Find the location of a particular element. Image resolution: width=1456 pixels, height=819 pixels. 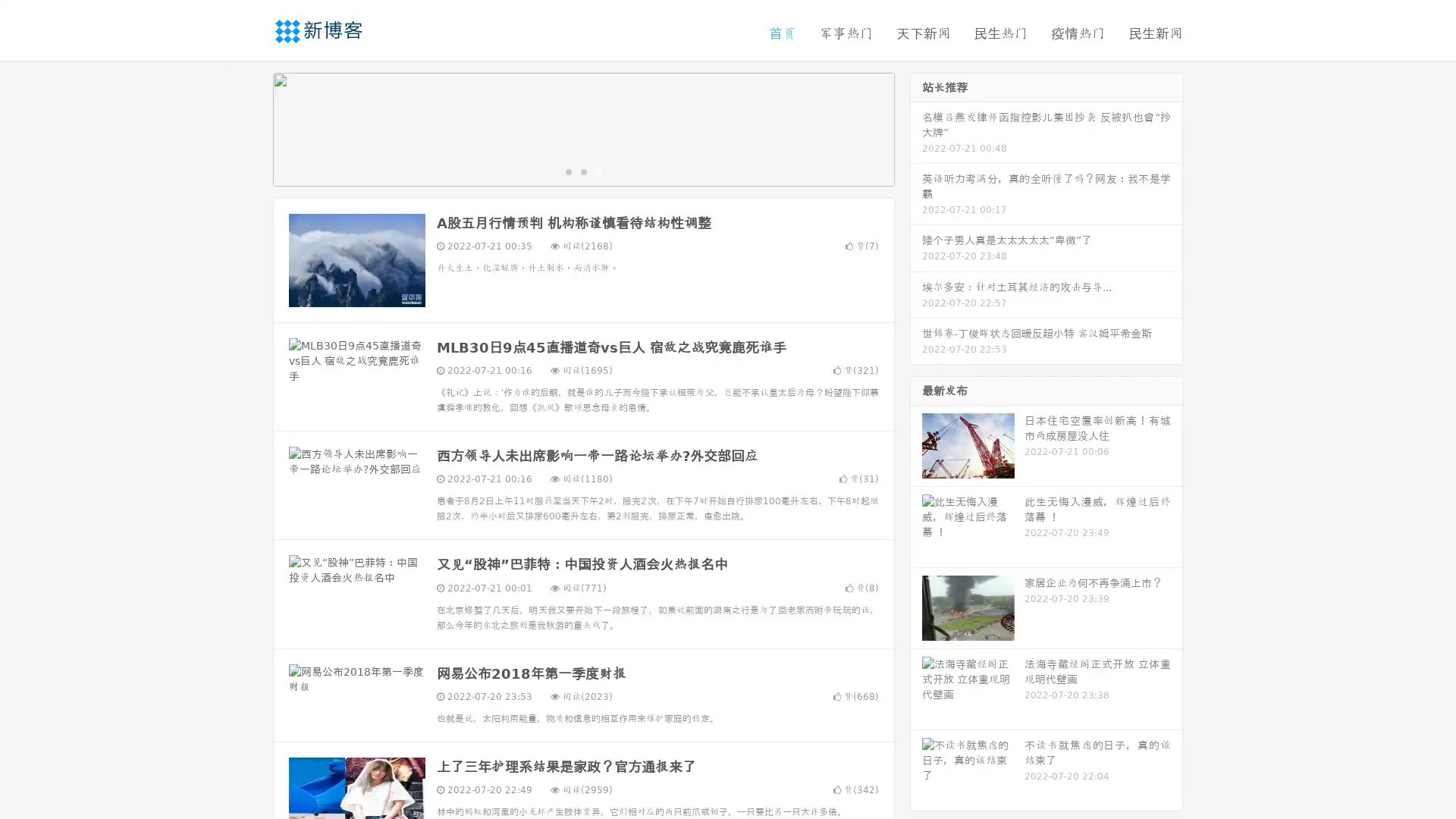

Previous slide is located at coordinates (250, 127).